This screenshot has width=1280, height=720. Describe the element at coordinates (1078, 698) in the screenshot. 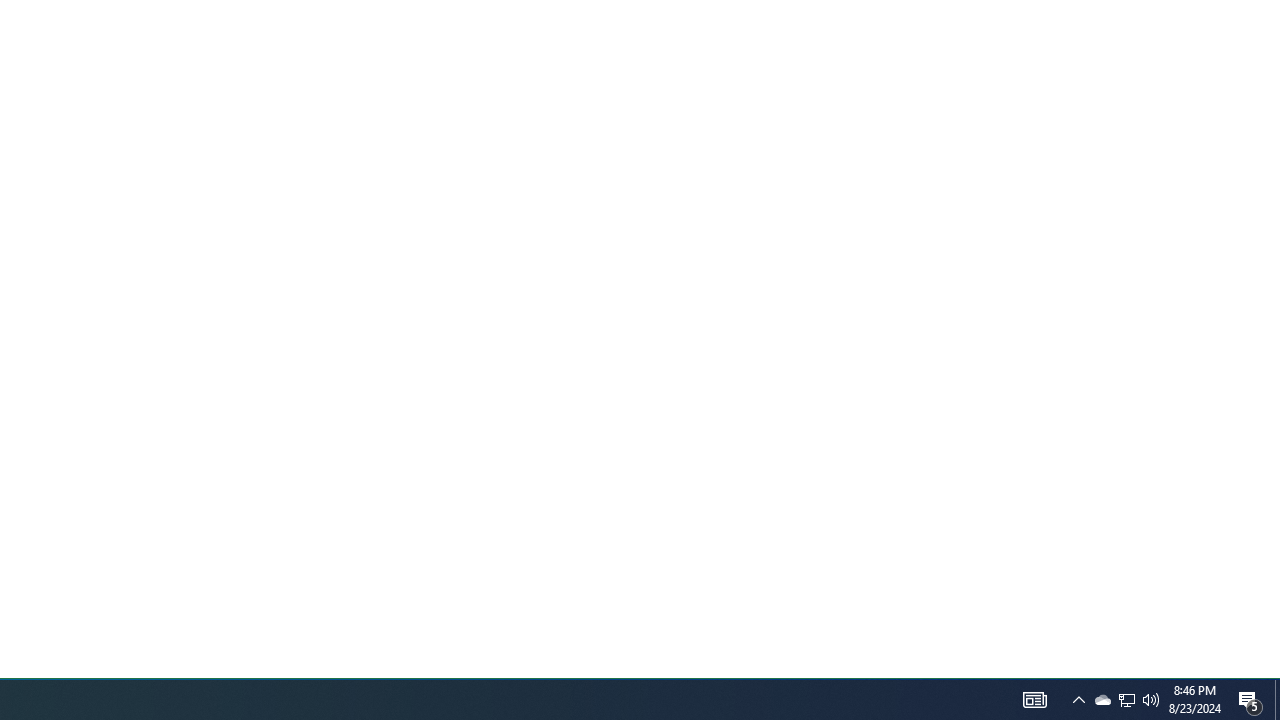

I see `'Notification Chevron'` at that location.